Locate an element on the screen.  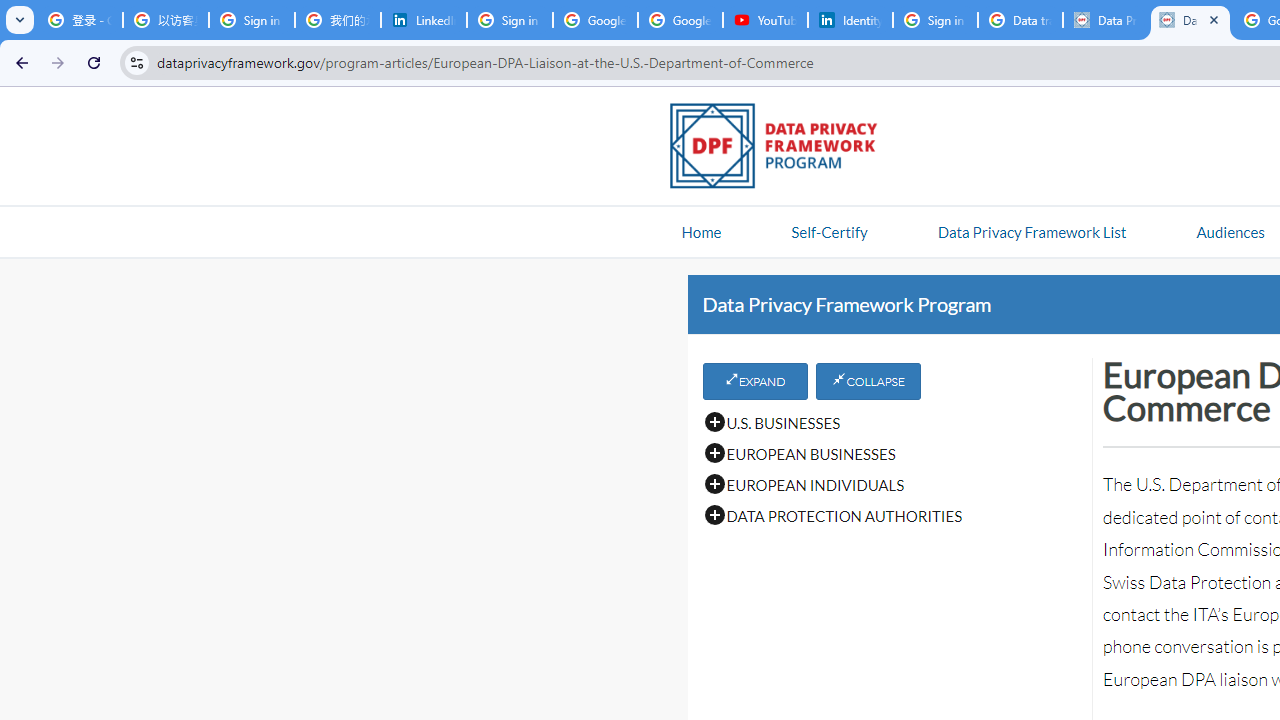
'Audiences' is located at coordinates (1229, 230).